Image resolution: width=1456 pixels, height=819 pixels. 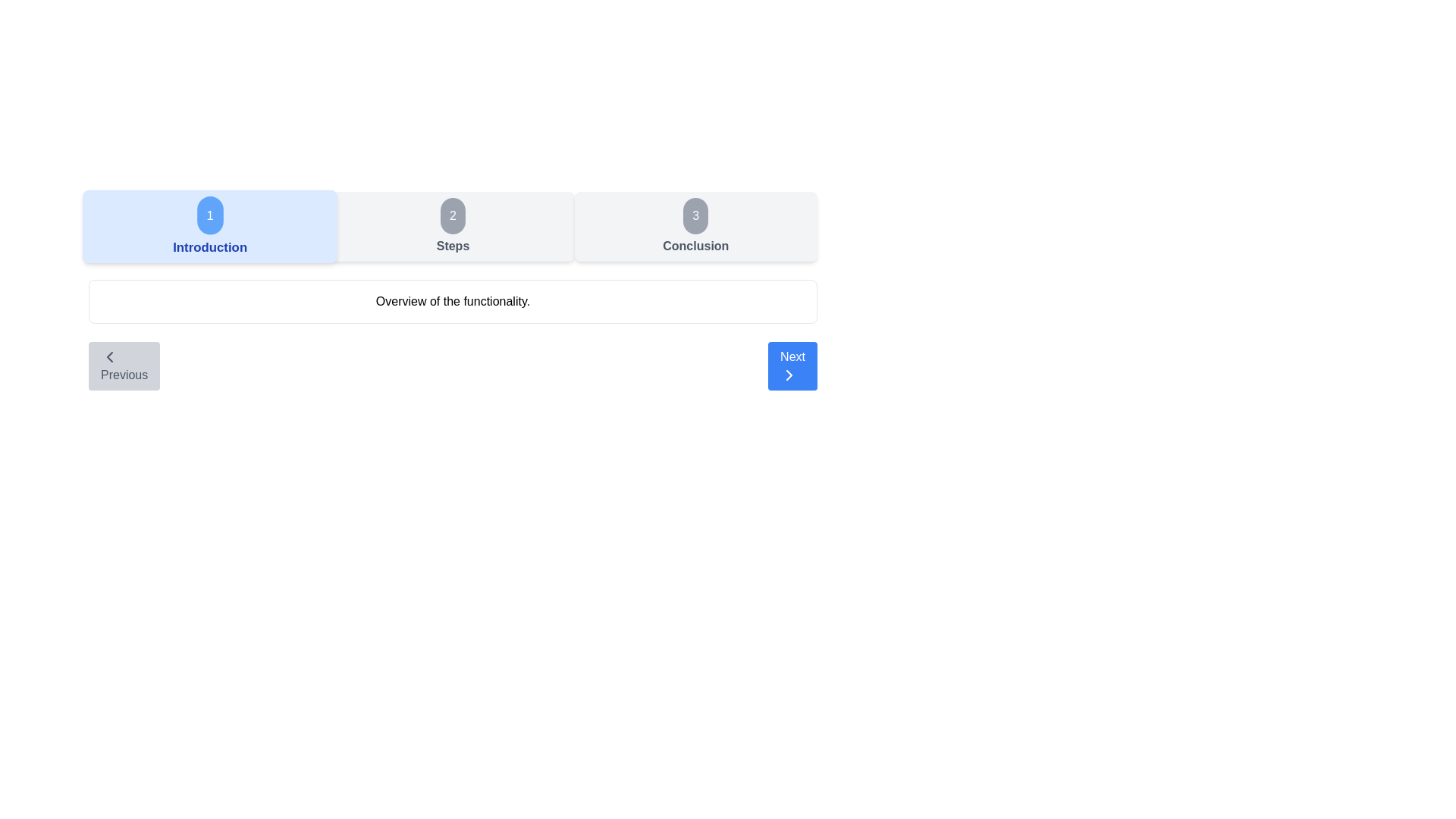 What do you see at coordinates (124, 366) in the screenshot?
I see `the Previous button to navigate` at bounding box center [124, 366].